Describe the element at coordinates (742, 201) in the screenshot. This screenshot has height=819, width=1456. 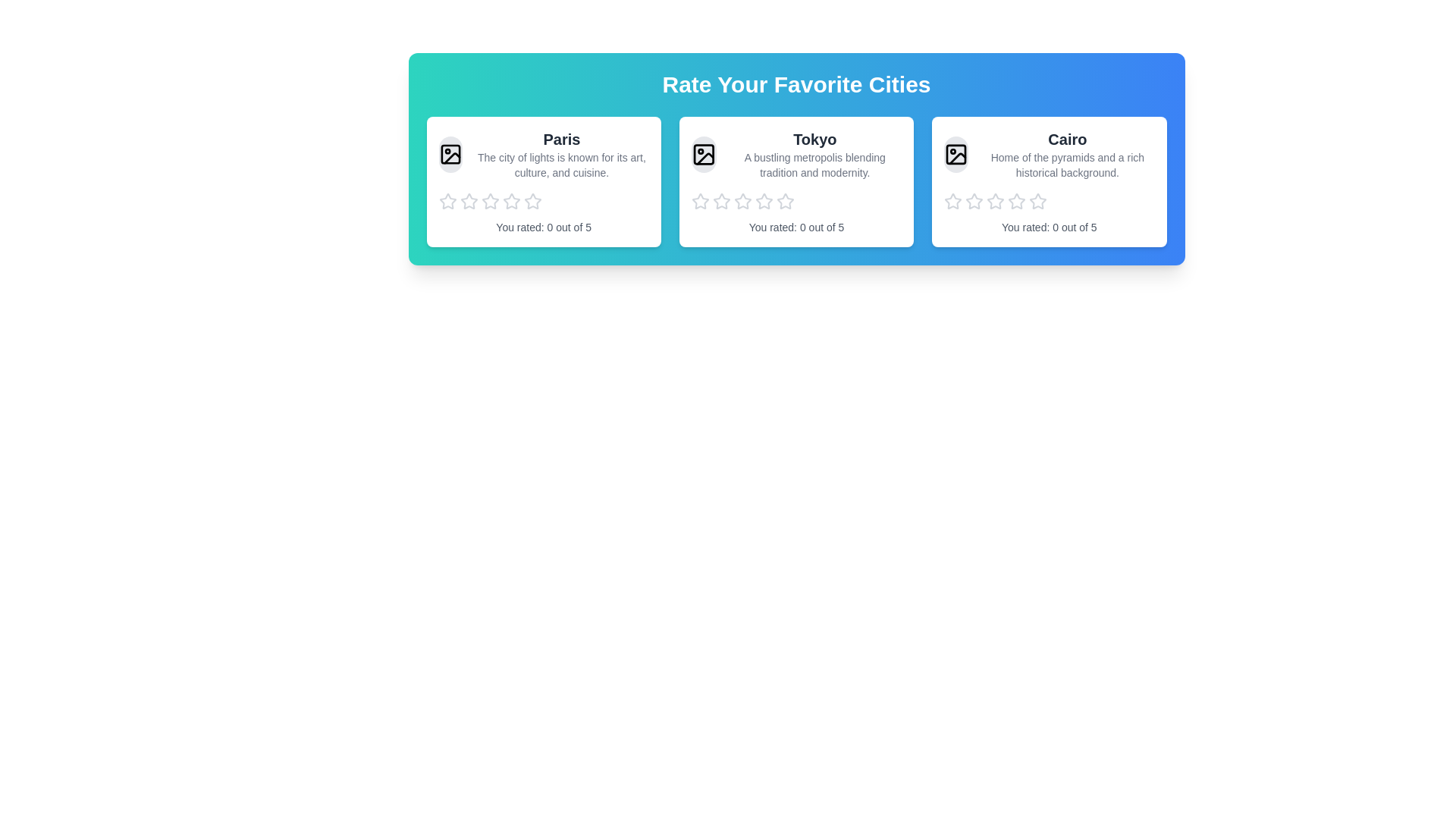
I see `the third star icon in the rating system under the 'Tokyo' panel to rate it` at that location.